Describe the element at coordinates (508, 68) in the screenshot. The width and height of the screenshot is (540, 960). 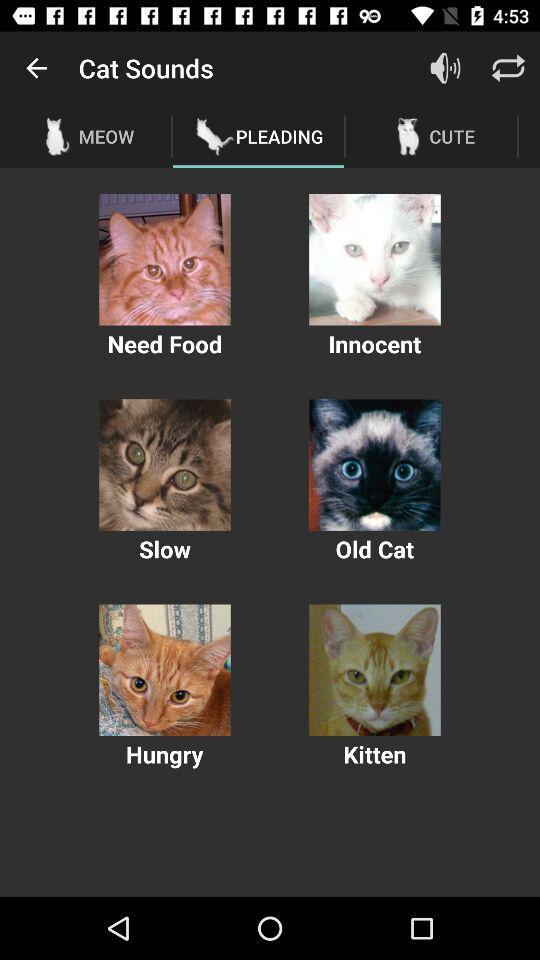
I see `the item above cute icon` at that location.